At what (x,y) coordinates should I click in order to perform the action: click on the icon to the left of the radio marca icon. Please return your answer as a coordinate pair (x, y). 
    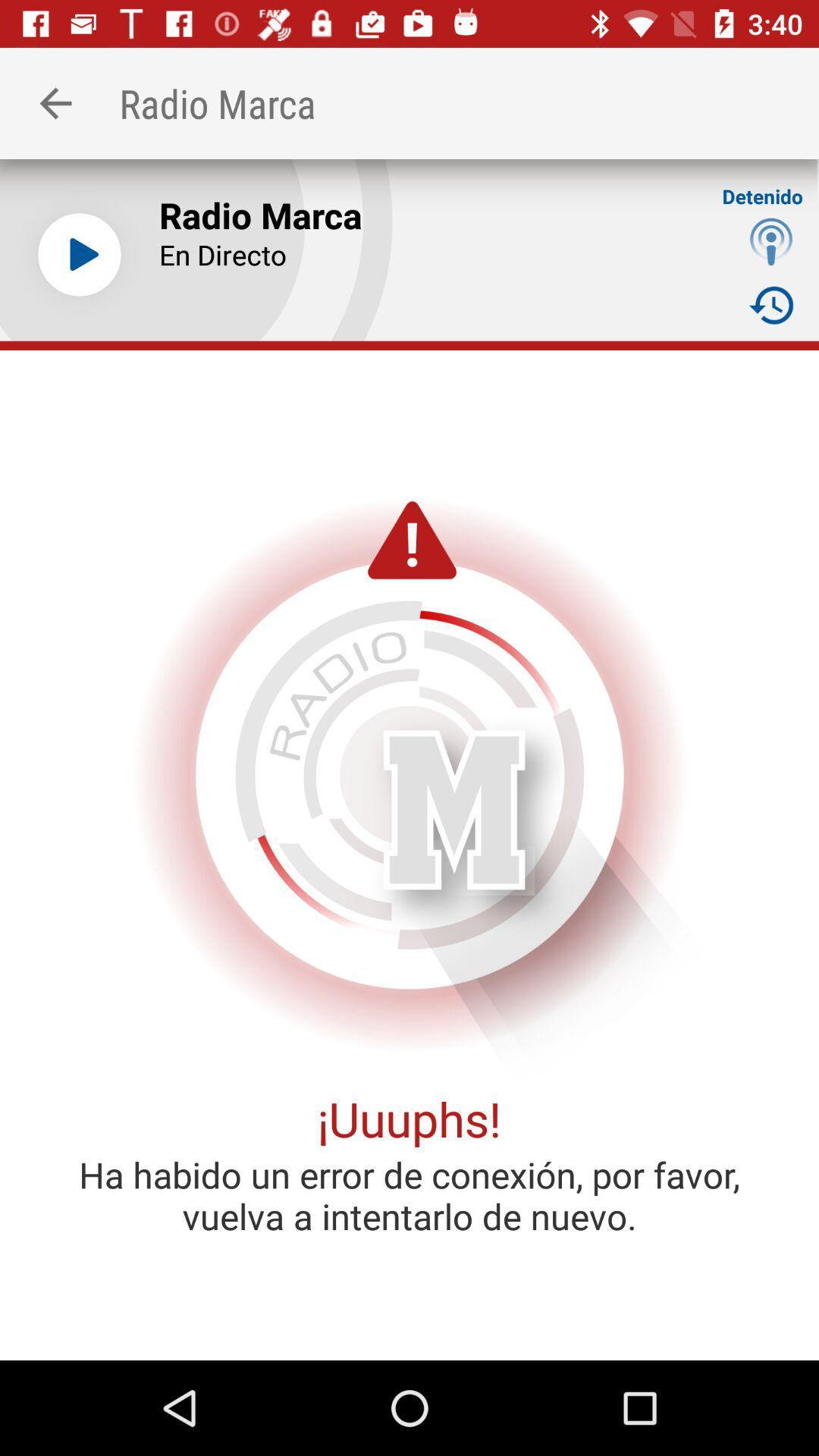
    Looking at the image, I should click on (55, 102).